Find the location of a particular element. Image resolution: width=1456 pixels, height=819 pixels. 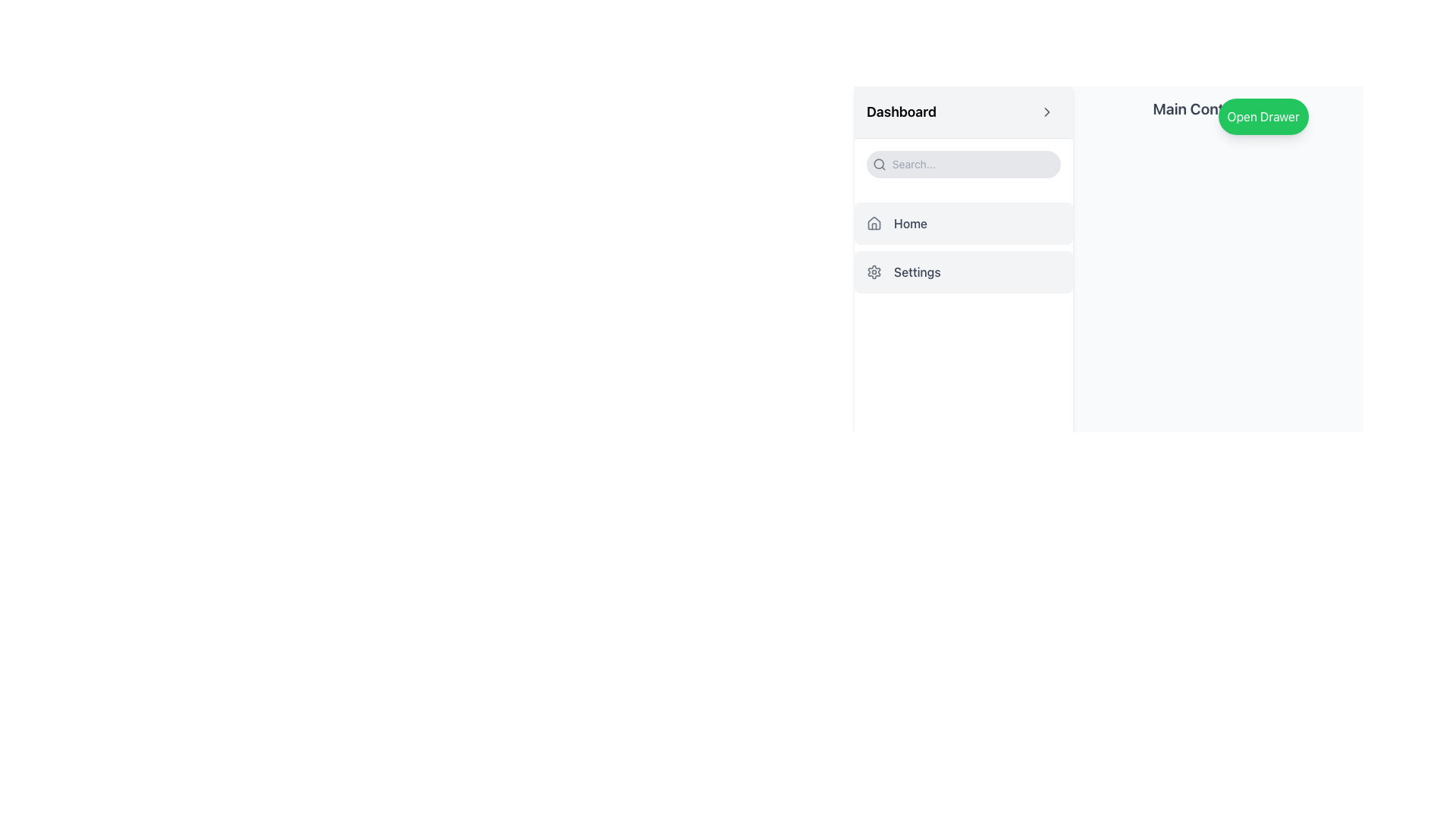

the Chevron right icon located in the top-right corner of the sidebar header, next to the 'Dashboard' label is located at coordinates (1046, 111).